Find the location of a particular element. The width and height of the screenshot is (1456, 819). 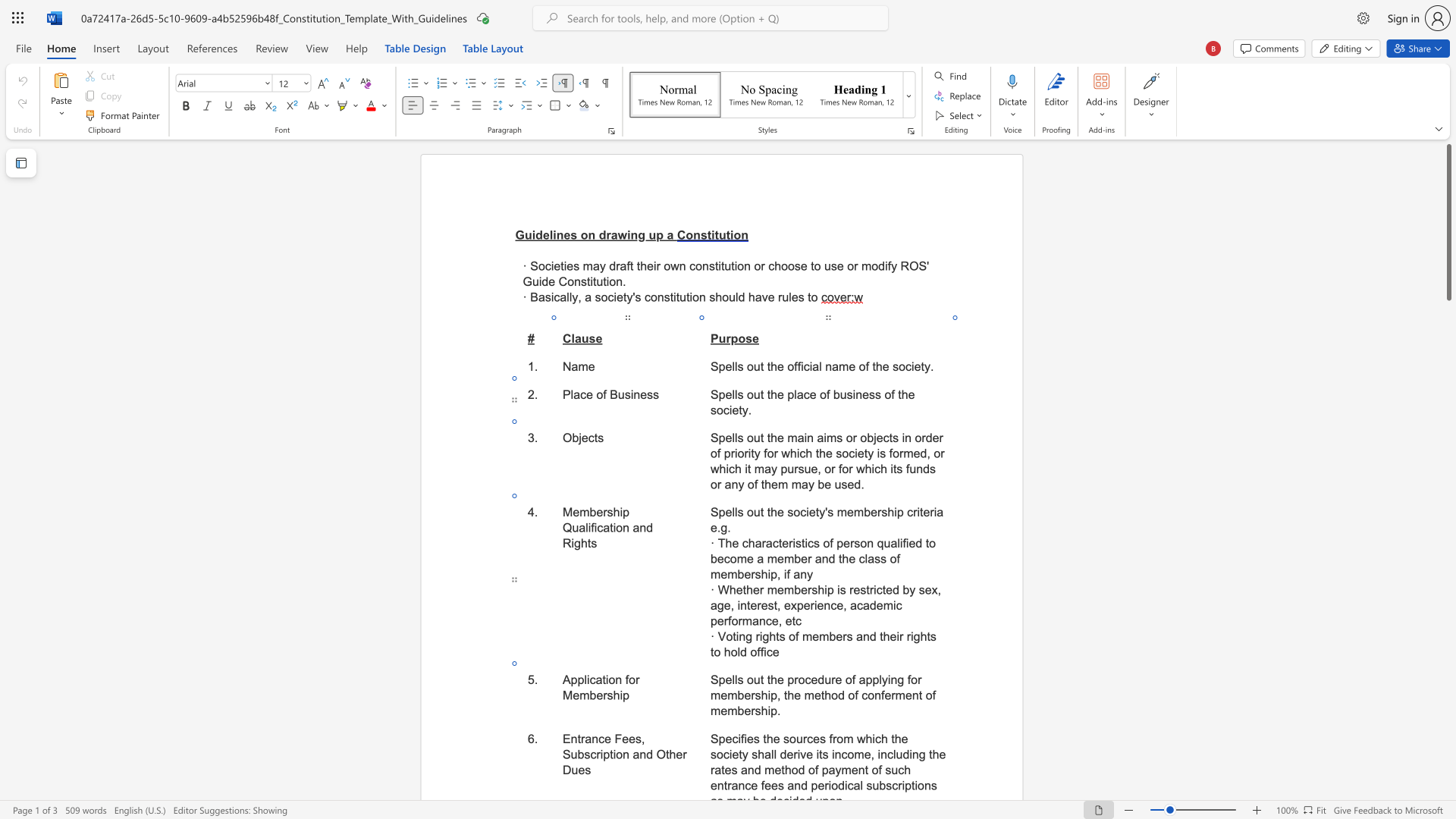

the 1th character "c" in the text is located at coordinates (591, 679).